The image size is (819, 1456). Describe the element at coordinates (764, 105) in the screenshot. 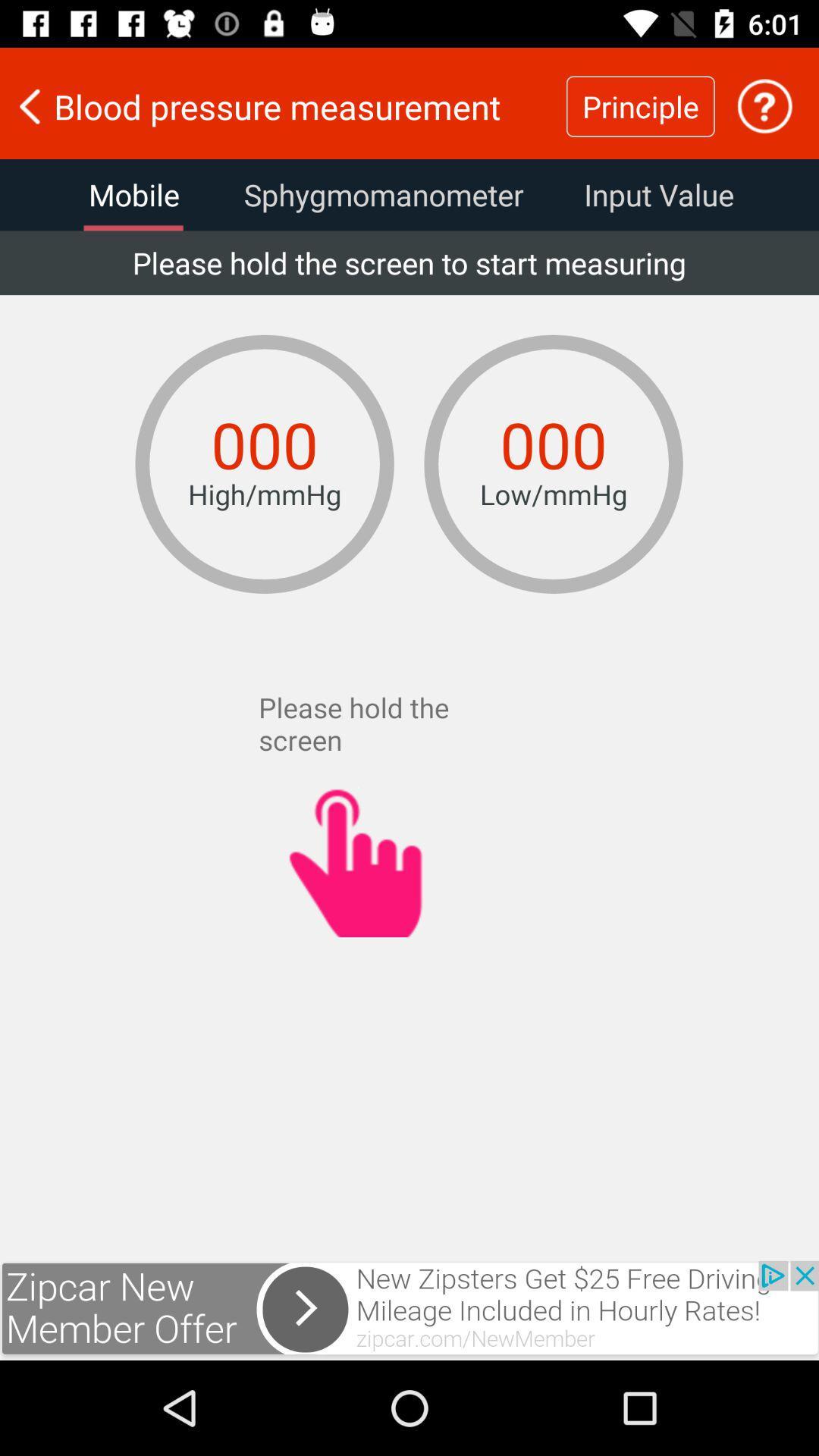

I see `the help icone` at that location.